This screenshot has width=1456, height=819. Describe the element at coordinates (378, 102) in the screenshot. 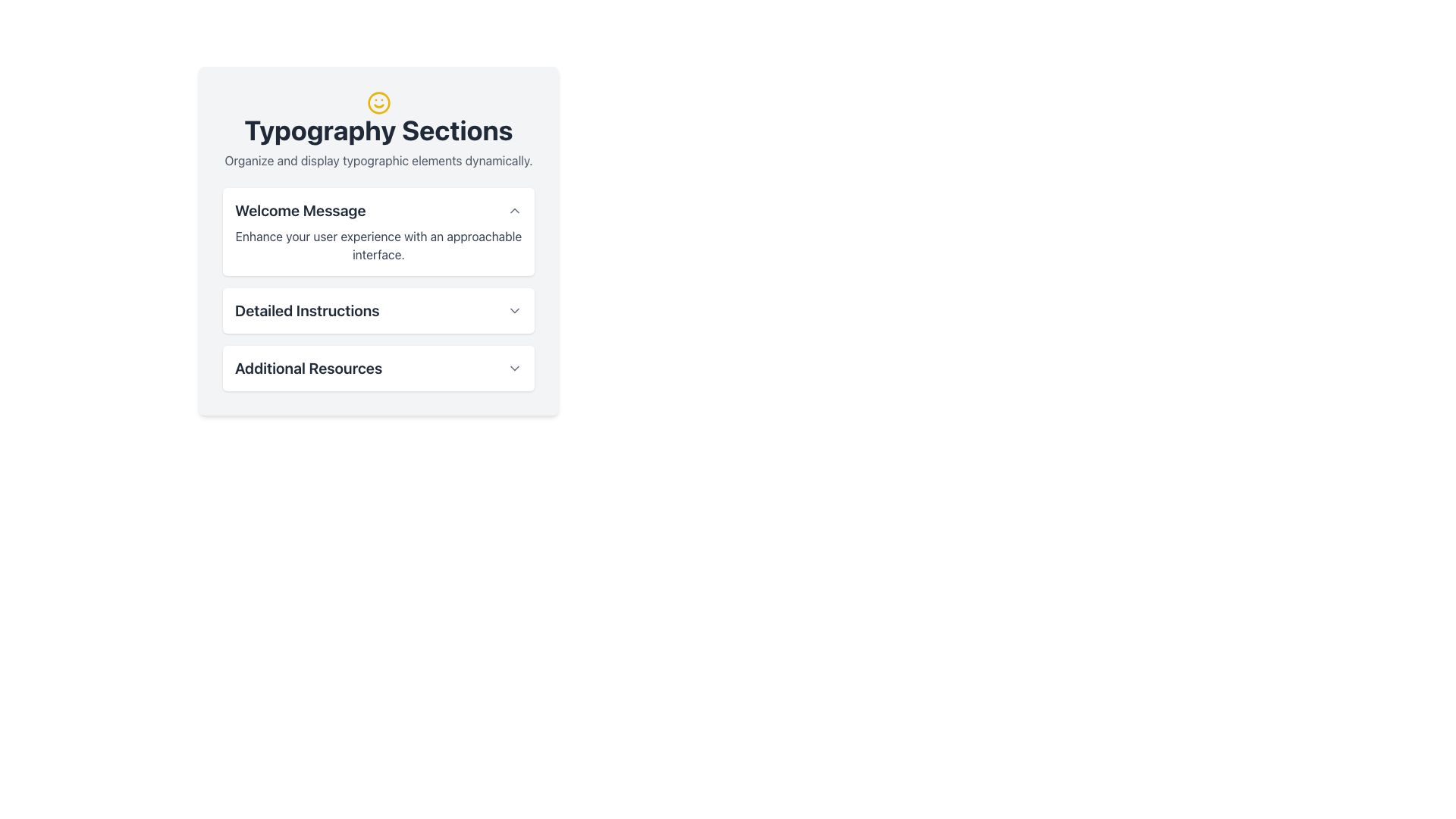

I see `the visual embellishment icon that is centered above the 'Typography Sections' heading, serving a friendly aesthetic function` at that location.